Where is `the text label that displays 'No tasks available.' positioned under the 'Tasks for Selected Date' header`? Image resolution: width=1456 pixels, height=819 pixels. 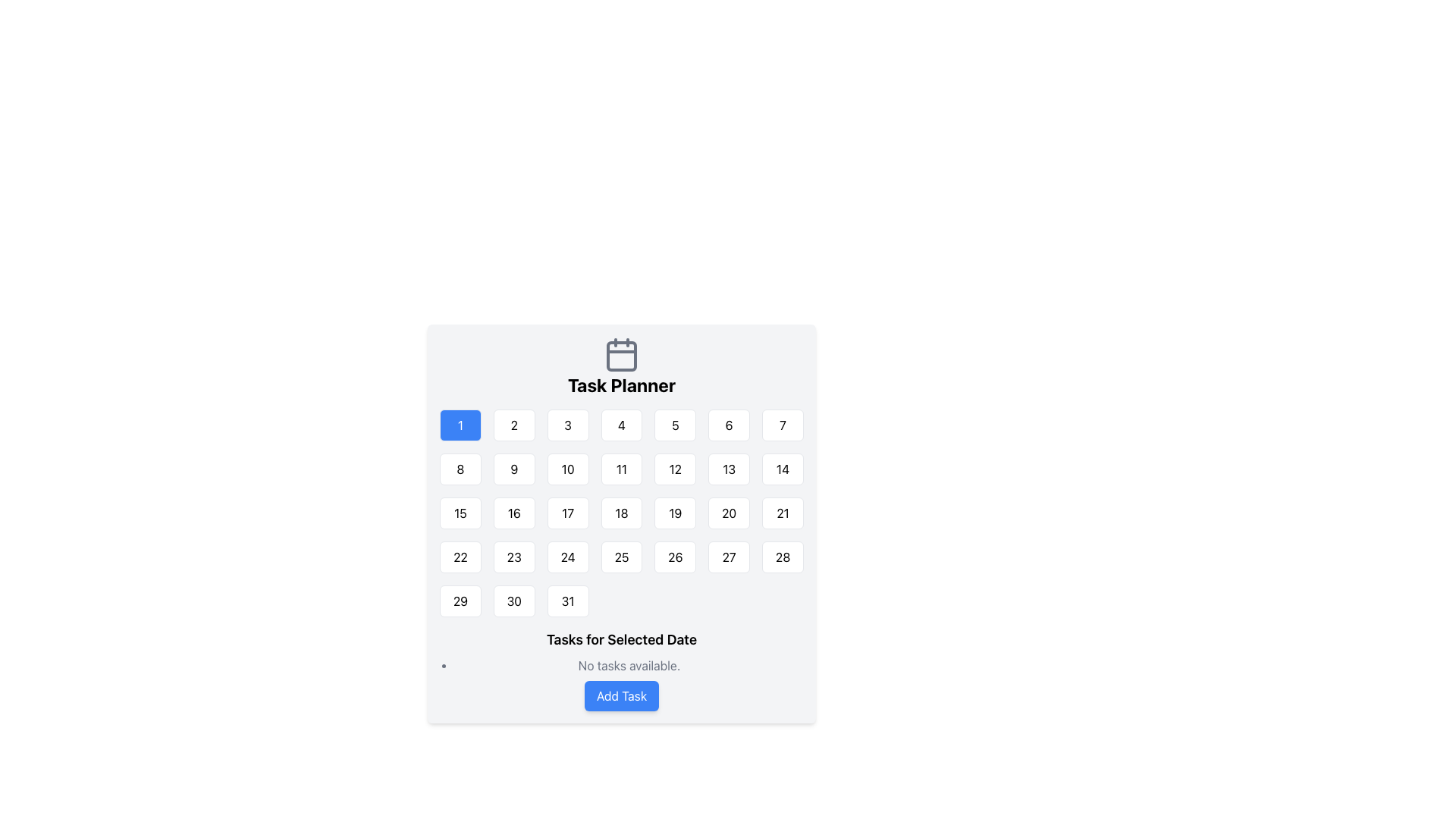 the text label that displays 'No tasks available.' positioned under the 'Tasks for Selected Date' header is located at coordinates (629, 665).